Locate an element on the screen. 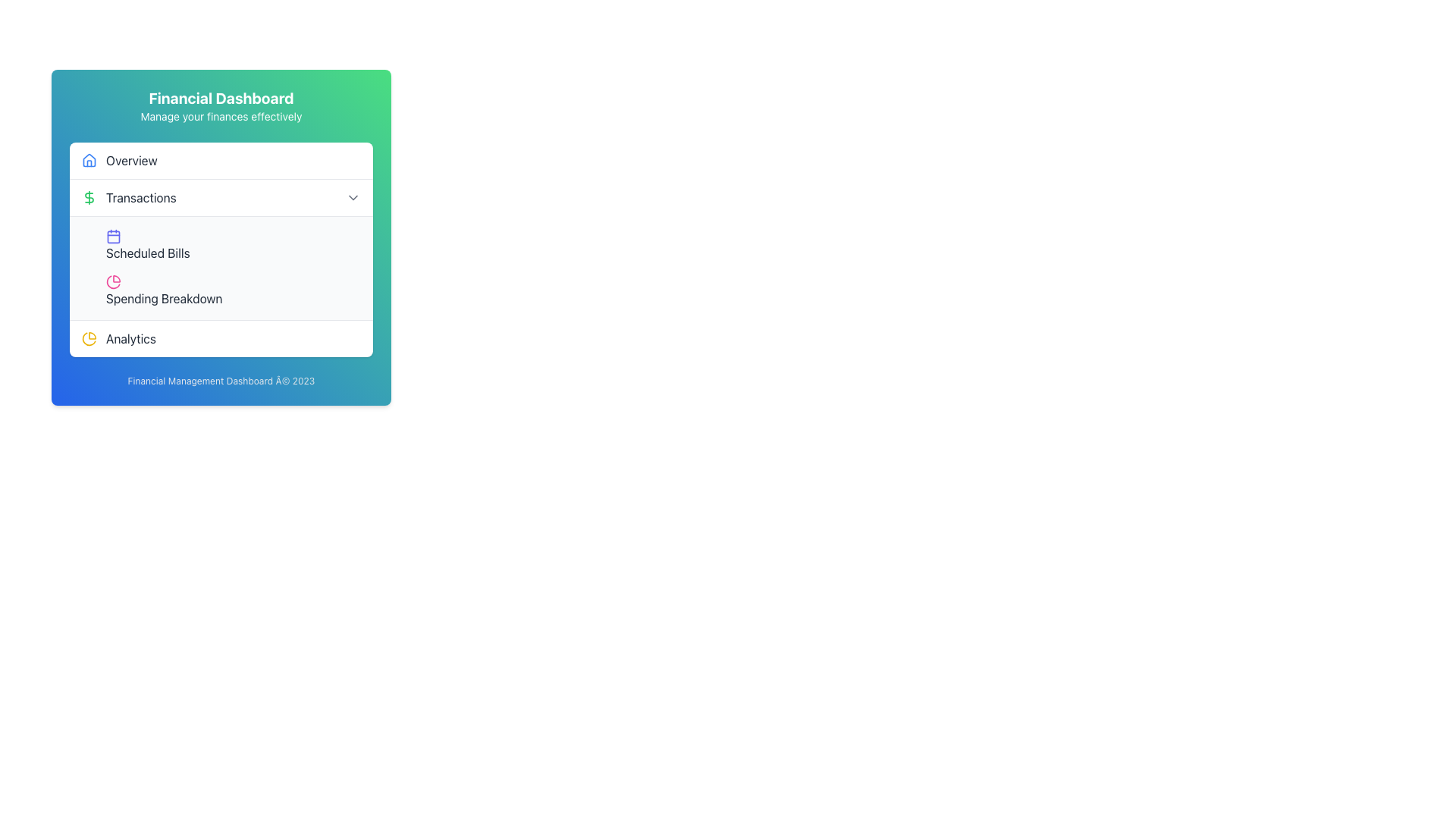 The image size is (1456, 819). the 'Analytics' icon located to the left of the text 'Analytics' in the lower section of the dashboard menu is located at coordinates (89, 338).